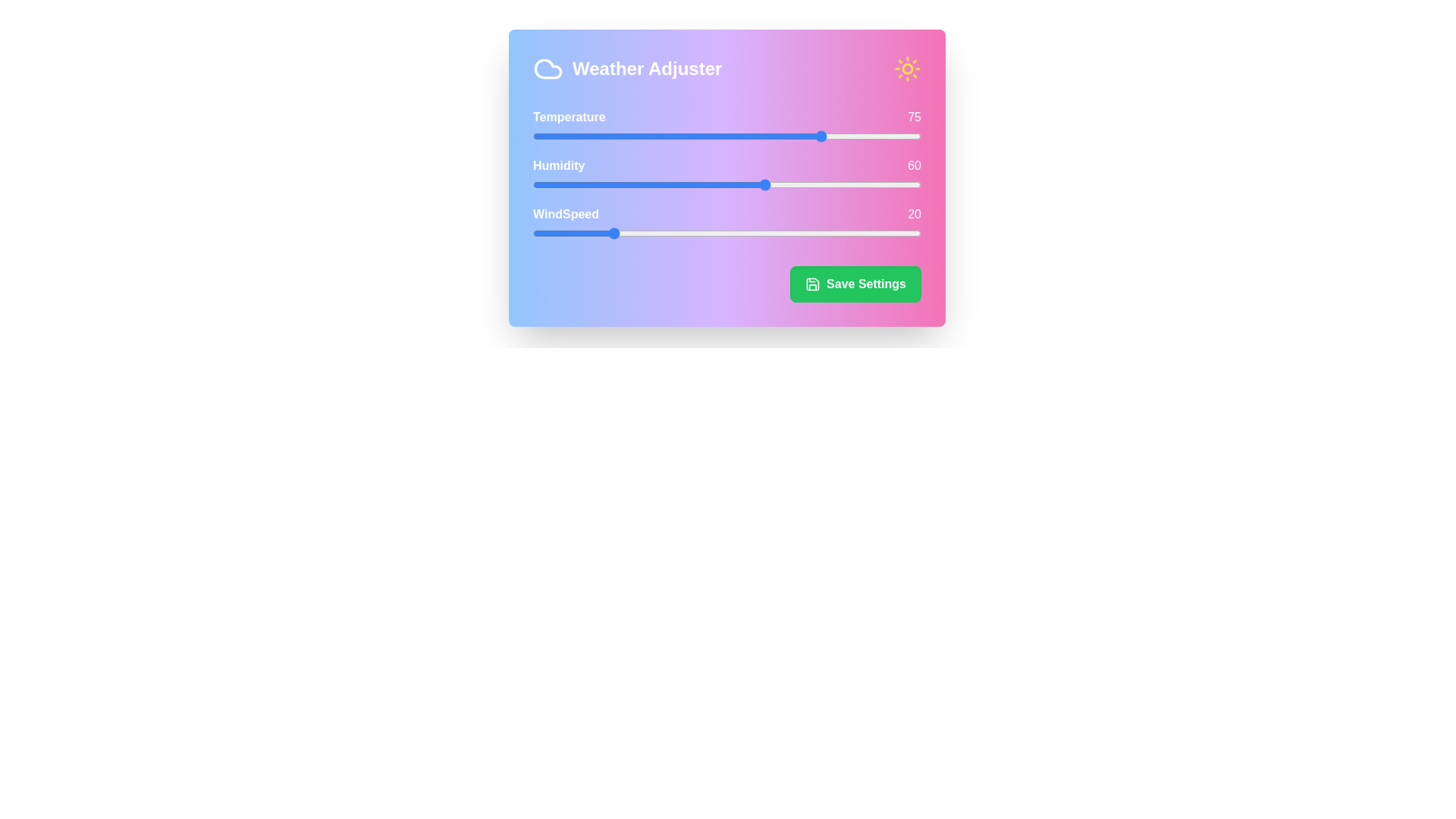 The image size is (1456, 819). What do you see at coordinates (804, 234) in the screenshot?
I see `the wind speed` at bounding box center [804, 234].